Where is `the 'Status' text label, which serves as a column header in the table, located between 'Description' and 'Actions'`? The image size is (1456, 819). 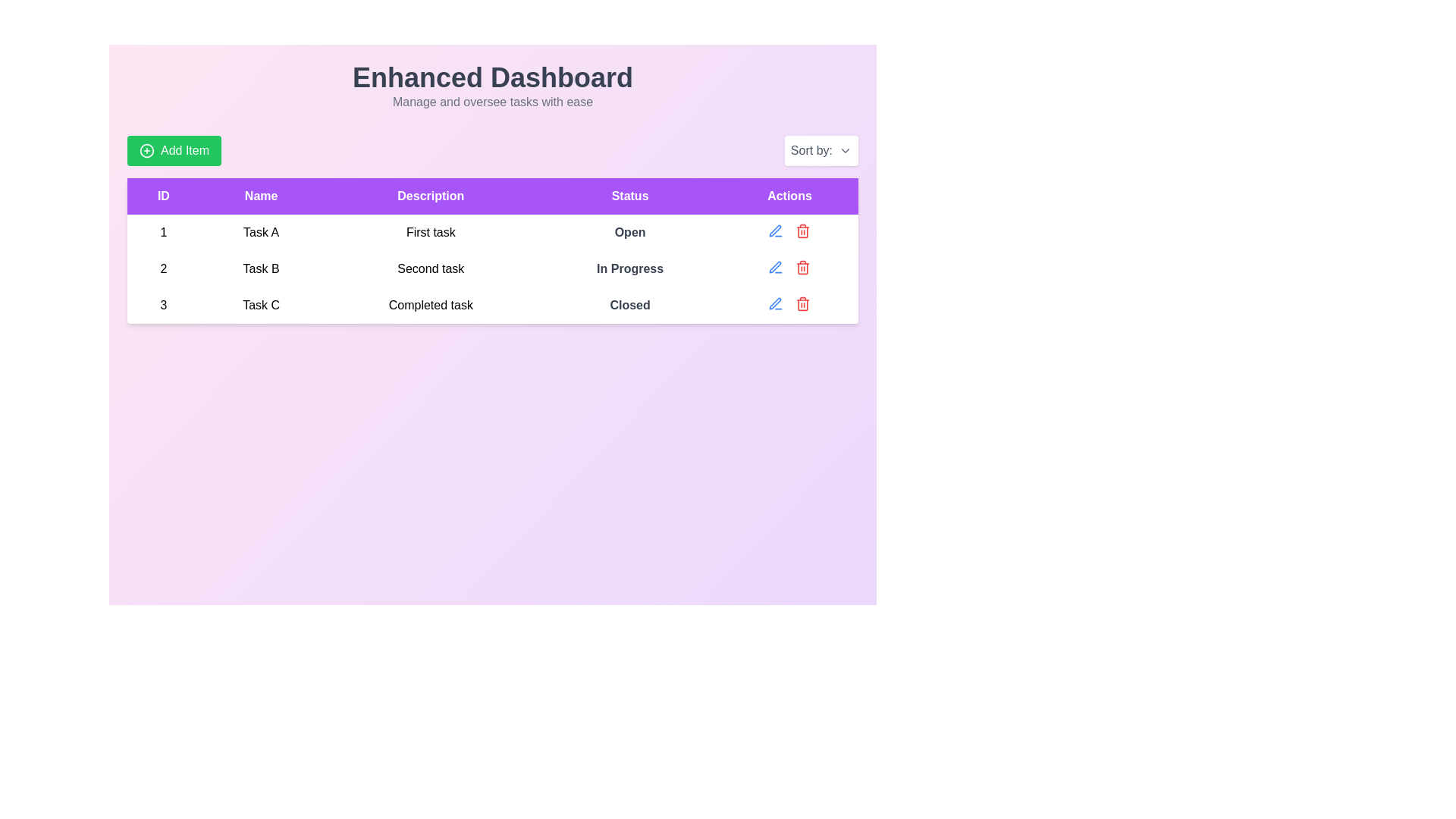
the 'Status' text label, which serves as a column header in the table, located between 'Description' and 'Actions' is located at coordinates (630, 195).